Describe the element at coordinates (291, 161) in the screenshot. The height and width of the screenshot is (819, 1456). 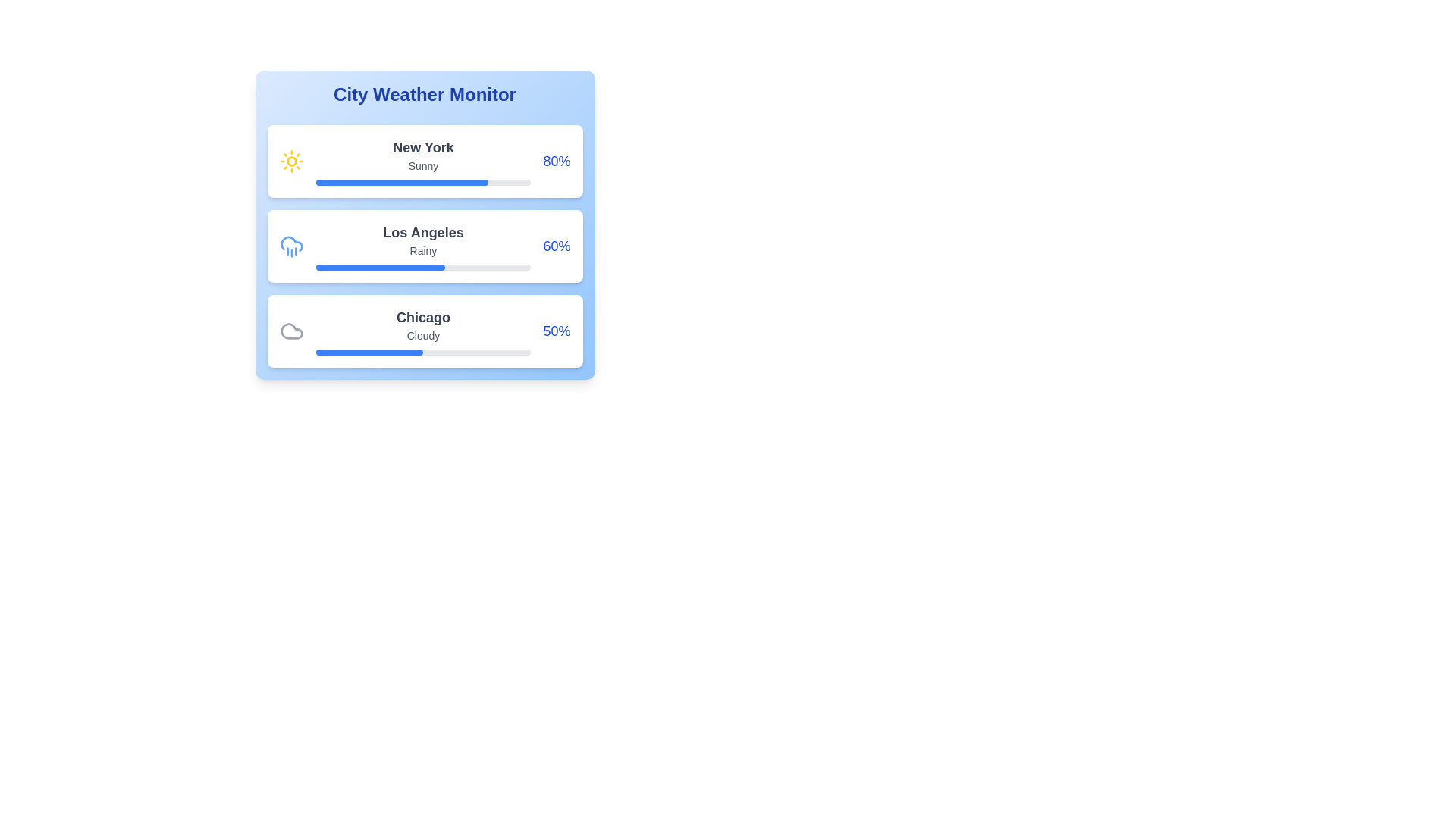
I see `the circular shape within the sun icon that represents sunny weather conditions, located next to 'Sunny' and 'New York' on the weather card` at that location.